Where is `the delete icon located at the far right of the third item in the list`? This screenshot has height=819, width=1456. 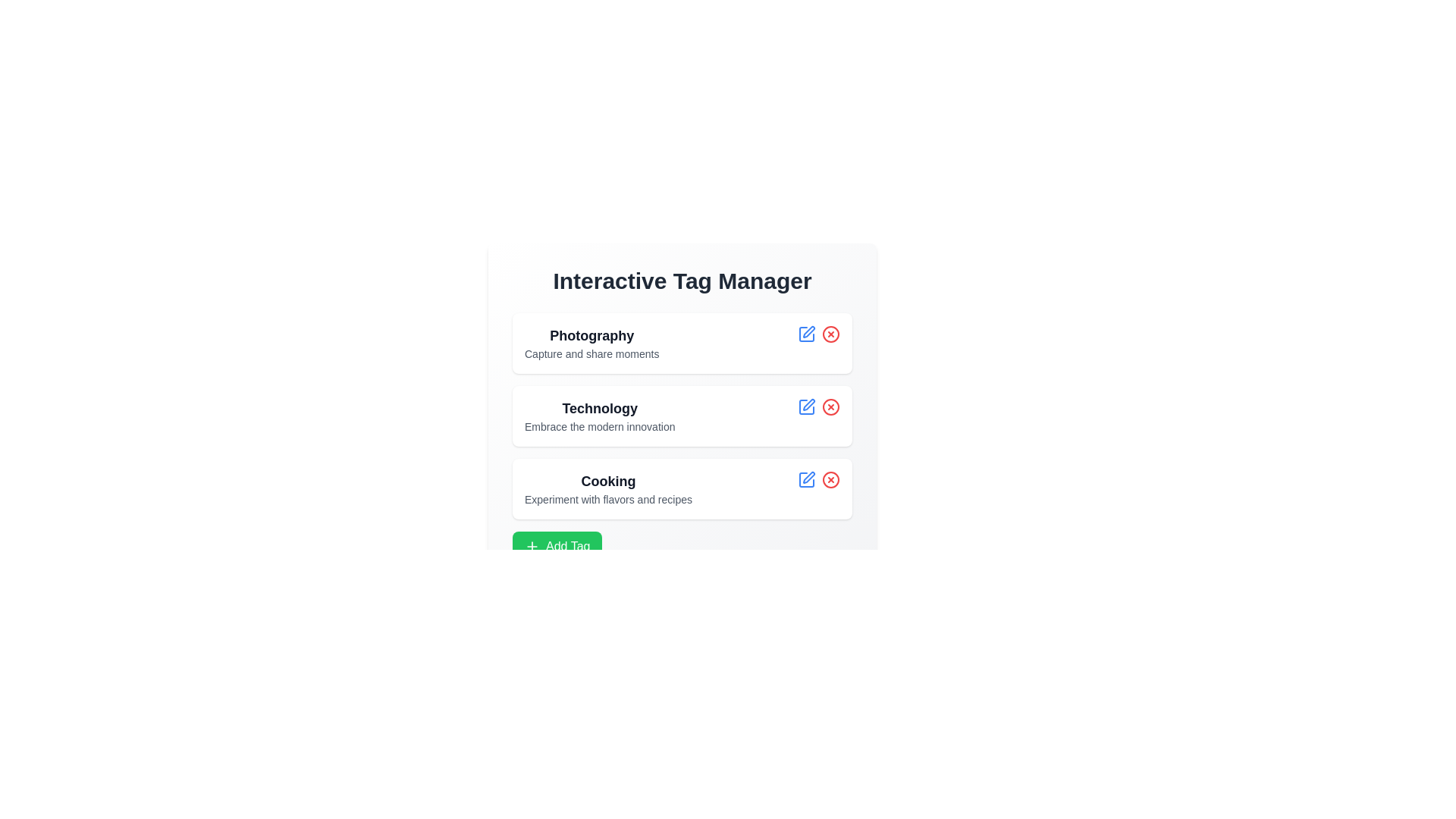
the delete icon located at the far right of the third item in the list is located at coordinates (830, 479).